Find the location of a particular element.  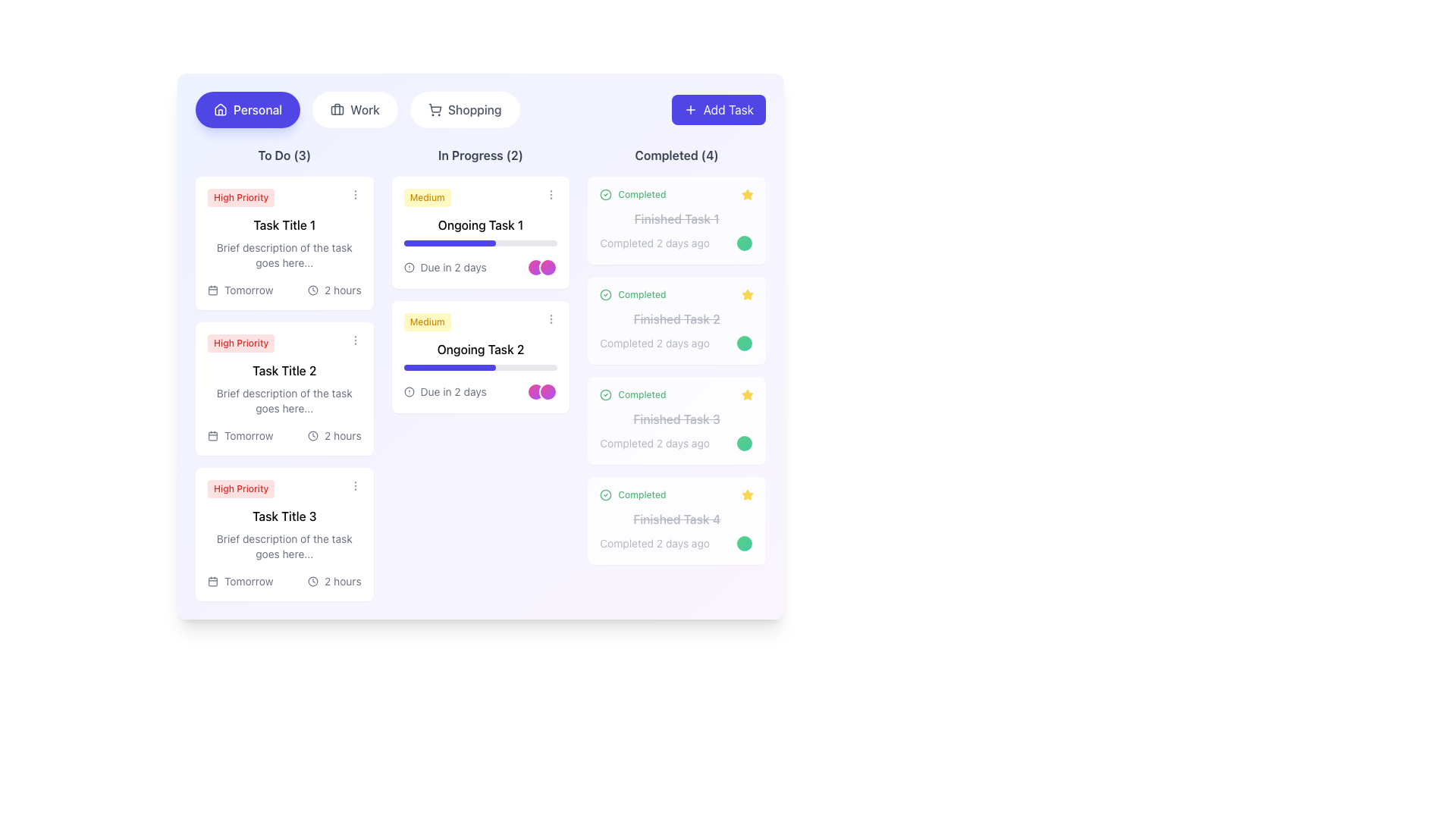

the SVG circle element that is part of the icon in the 'Ongoing Task 2' section under 'Medium' priority in the 'In Progress' column is located at coordinates (409, 391).